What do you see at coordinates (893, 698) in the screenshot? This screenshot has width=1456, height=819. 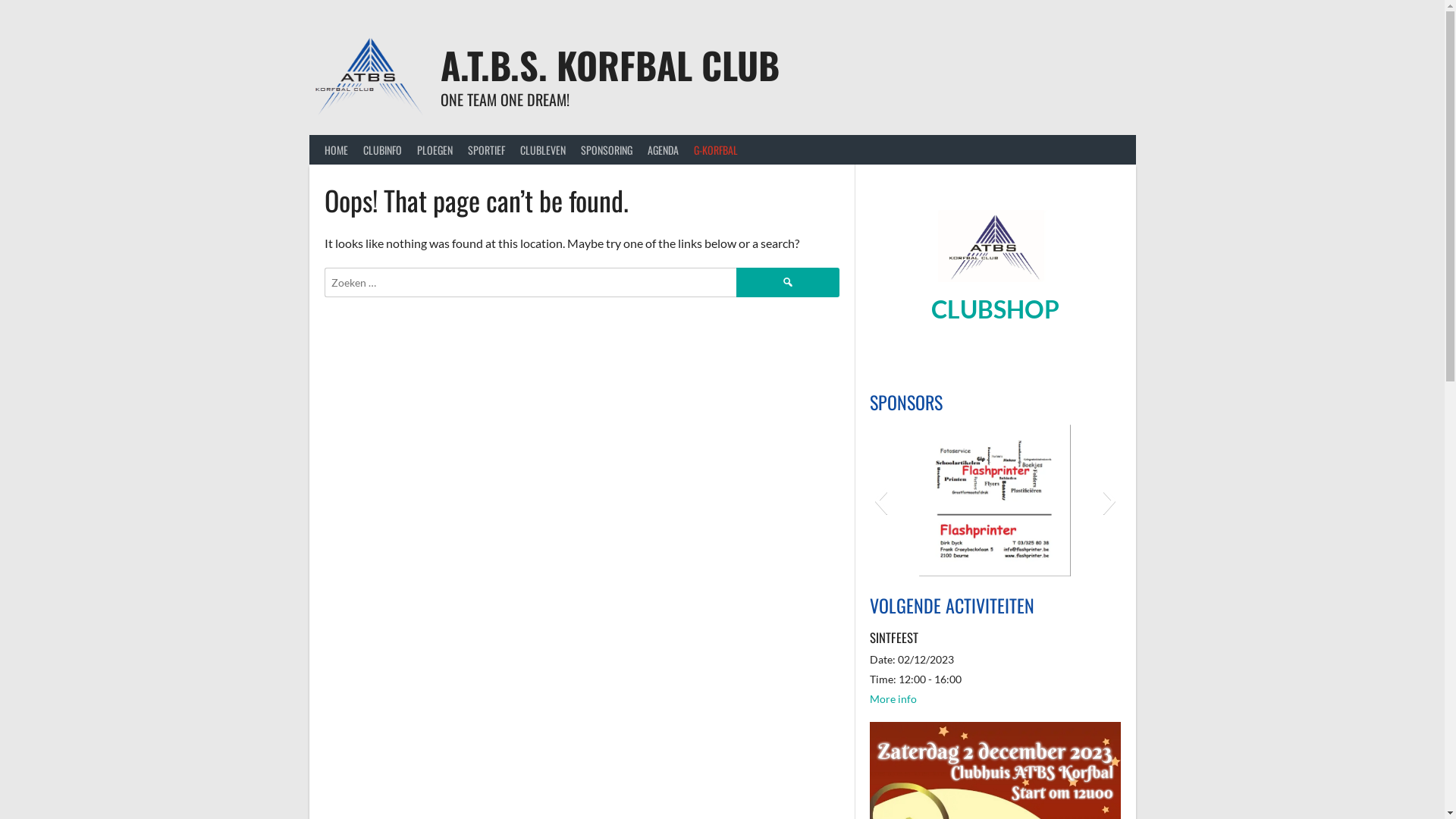 I see `'More info'` at bounding box center [893, 698].